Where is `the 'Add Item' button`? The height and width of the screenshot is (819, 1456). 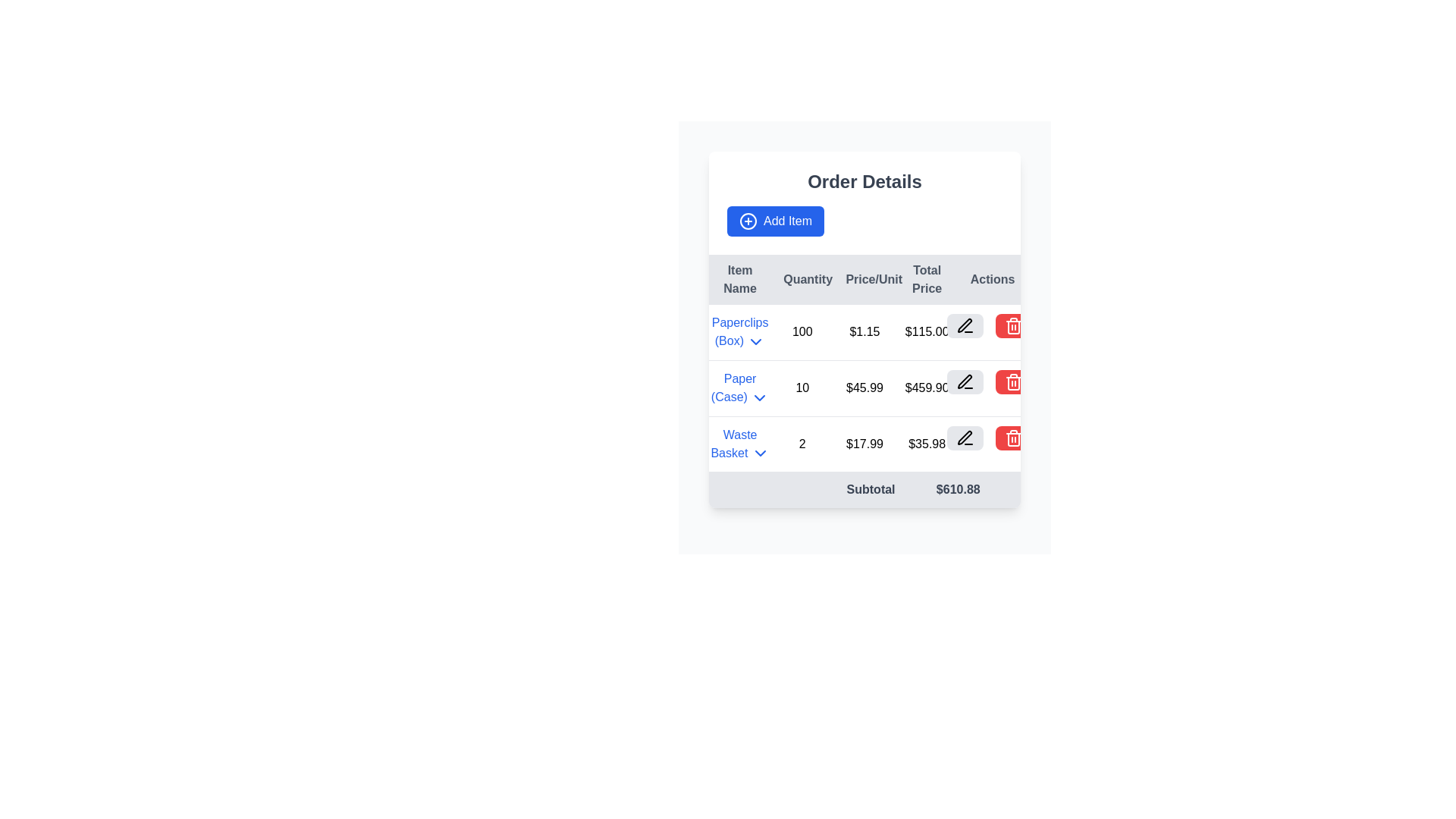
the 'Add Item' button is located at coordinates (775, 221).